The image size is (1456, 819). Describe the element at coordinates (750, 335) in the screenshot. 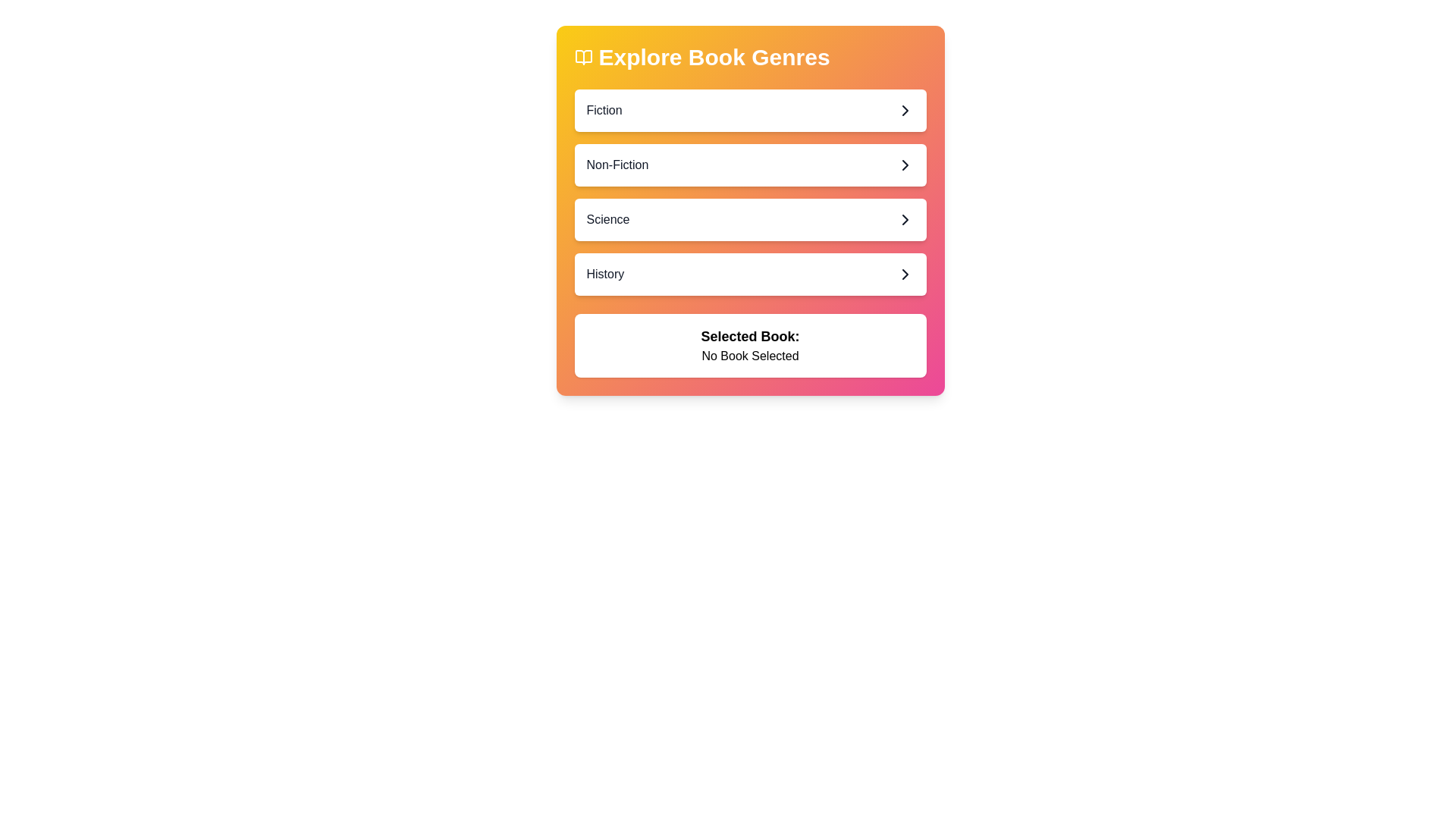

I see `text content of the Text Label that displays 'Selected Book:' which indicates the purpose of the current section` at that location.